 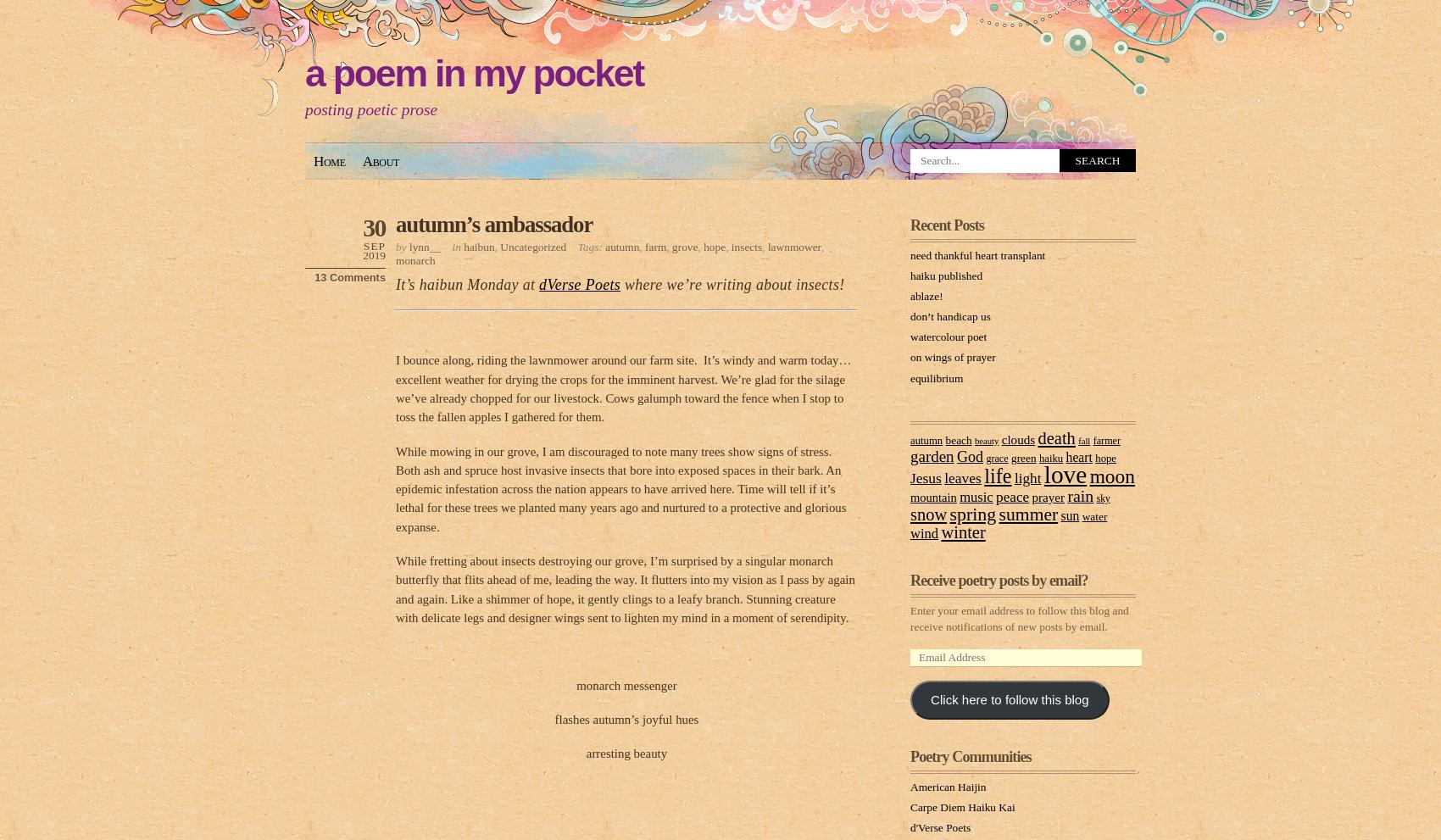 What do you see at coordinates (940, 826) in the screenshot?
I see `'d'Verse Poets'` at bounding box center [940, 826].